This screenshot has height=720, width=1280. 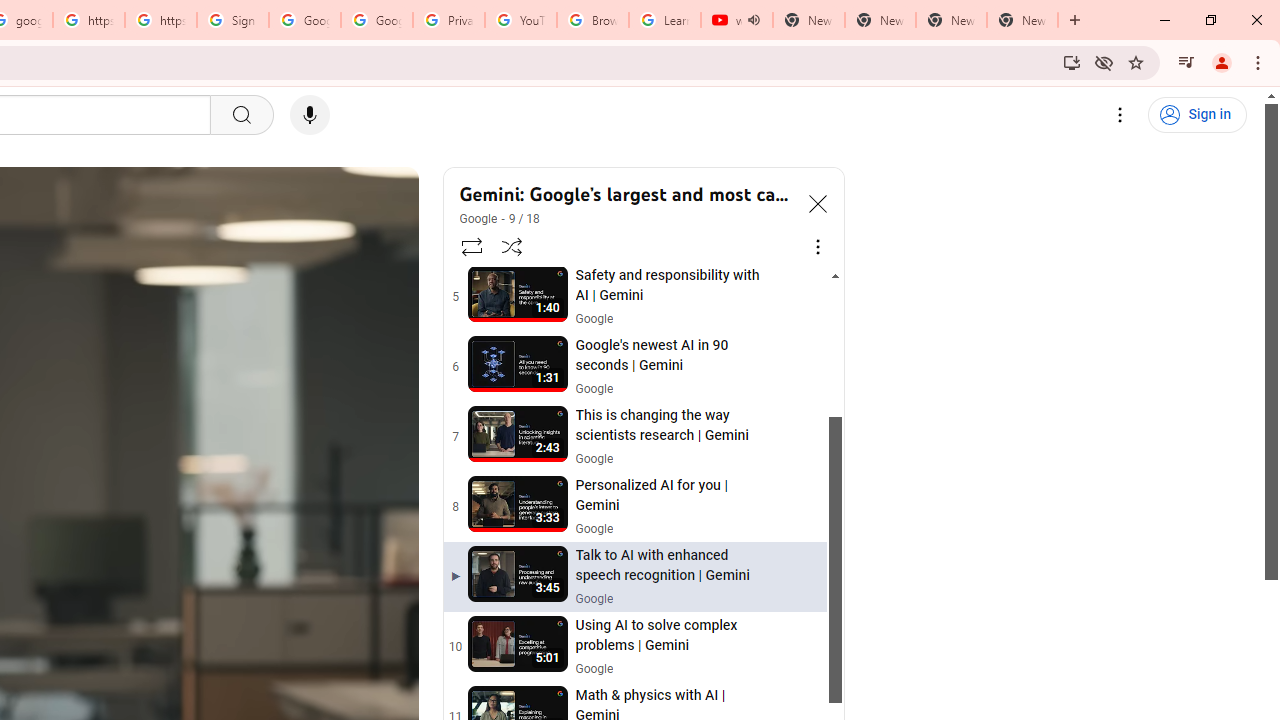 What do you see at coordinates (161, 20) in the screenshot?
I see `'https://scholar.google.com/'` at bounding box center [161, 20].